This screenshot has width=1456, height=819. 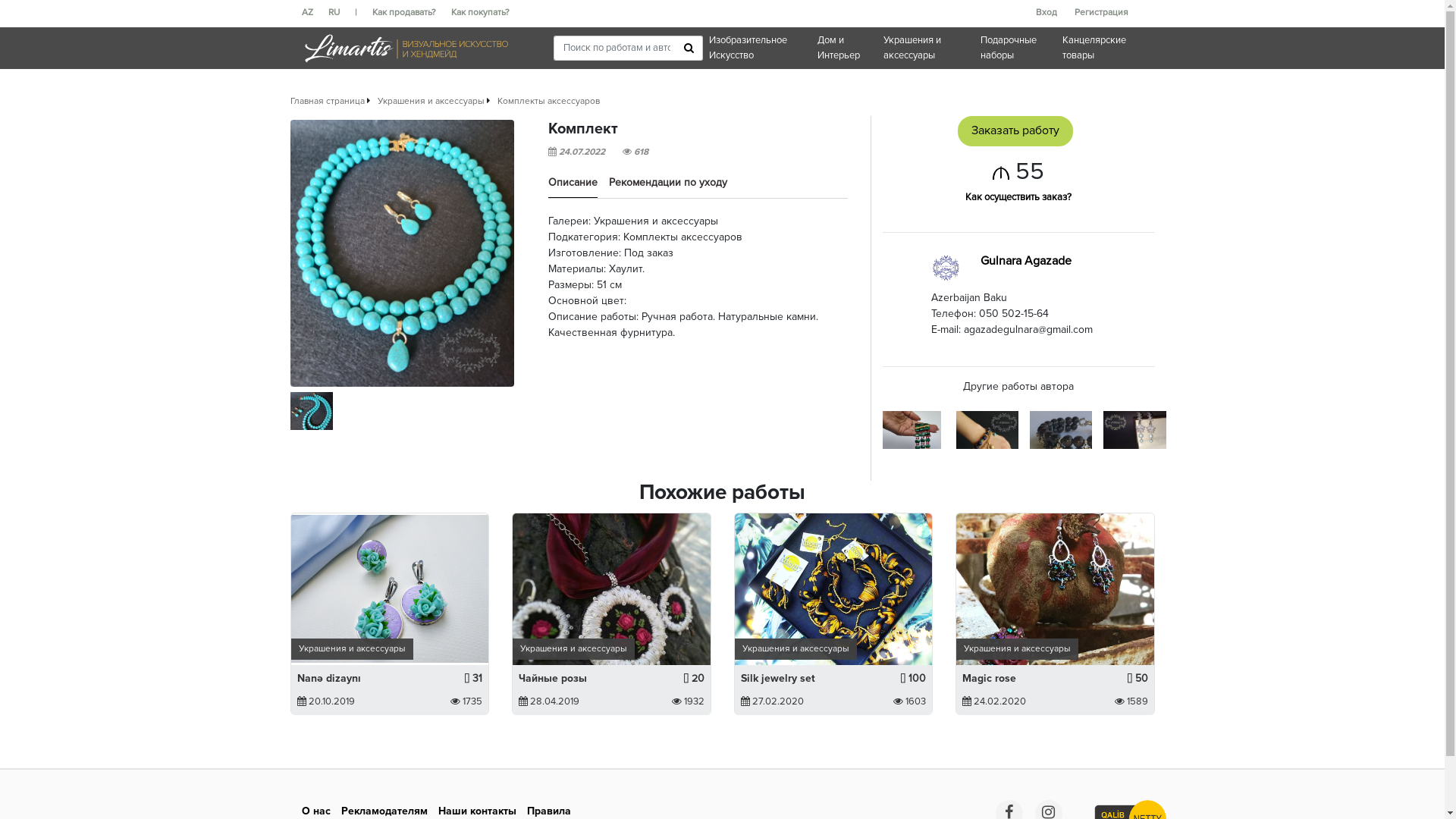 What do you see at coordinates (1026, 260) in the screenshot?
I see `'Gulnara Agazade'` at bounding box center [1026, 260].